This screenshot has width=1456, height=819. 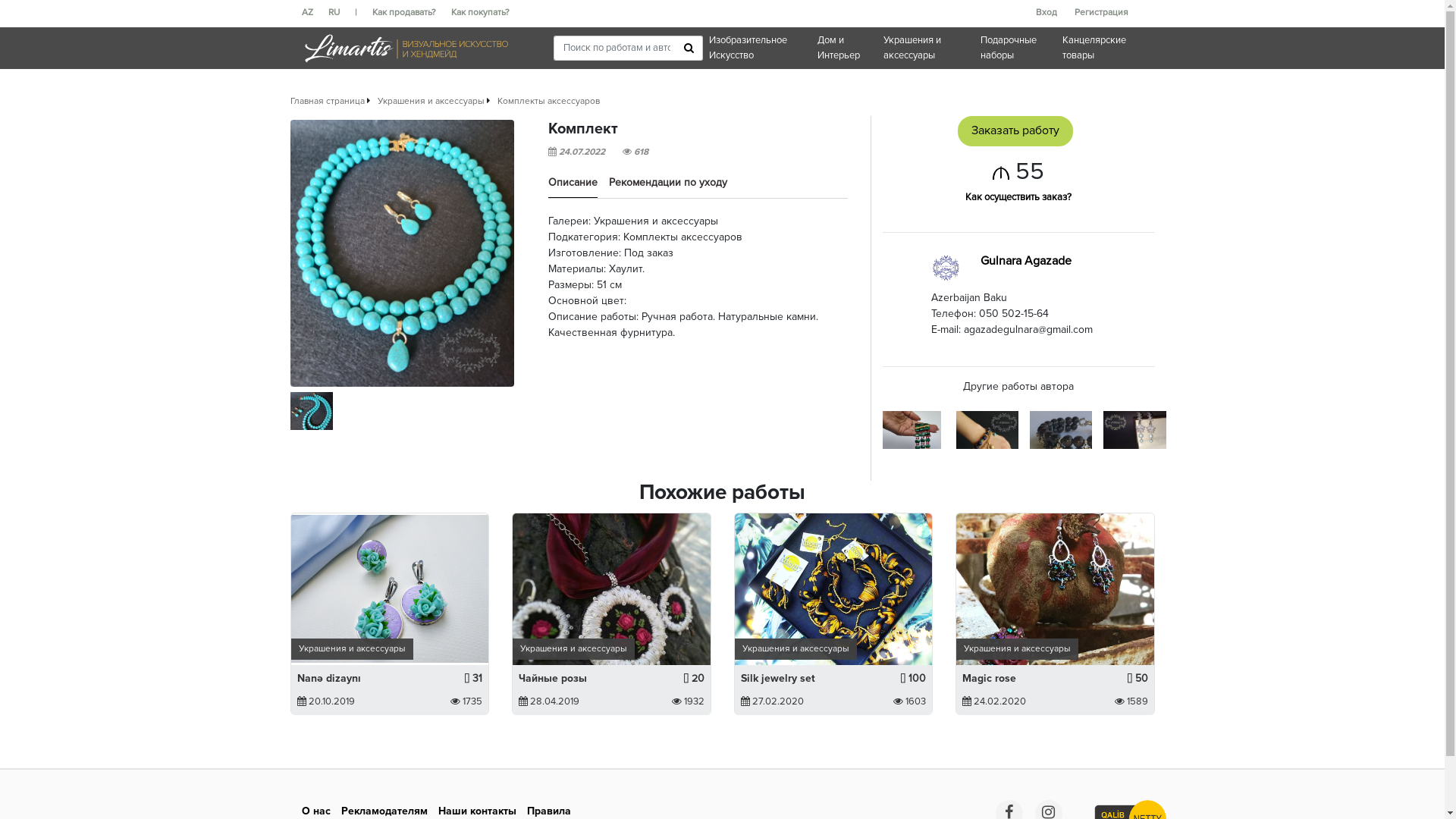 What do you see at coordinates (1026, 260) in the screenshot?
I see `'Gulnara Agazade'` at bounding box center [1026, 260].